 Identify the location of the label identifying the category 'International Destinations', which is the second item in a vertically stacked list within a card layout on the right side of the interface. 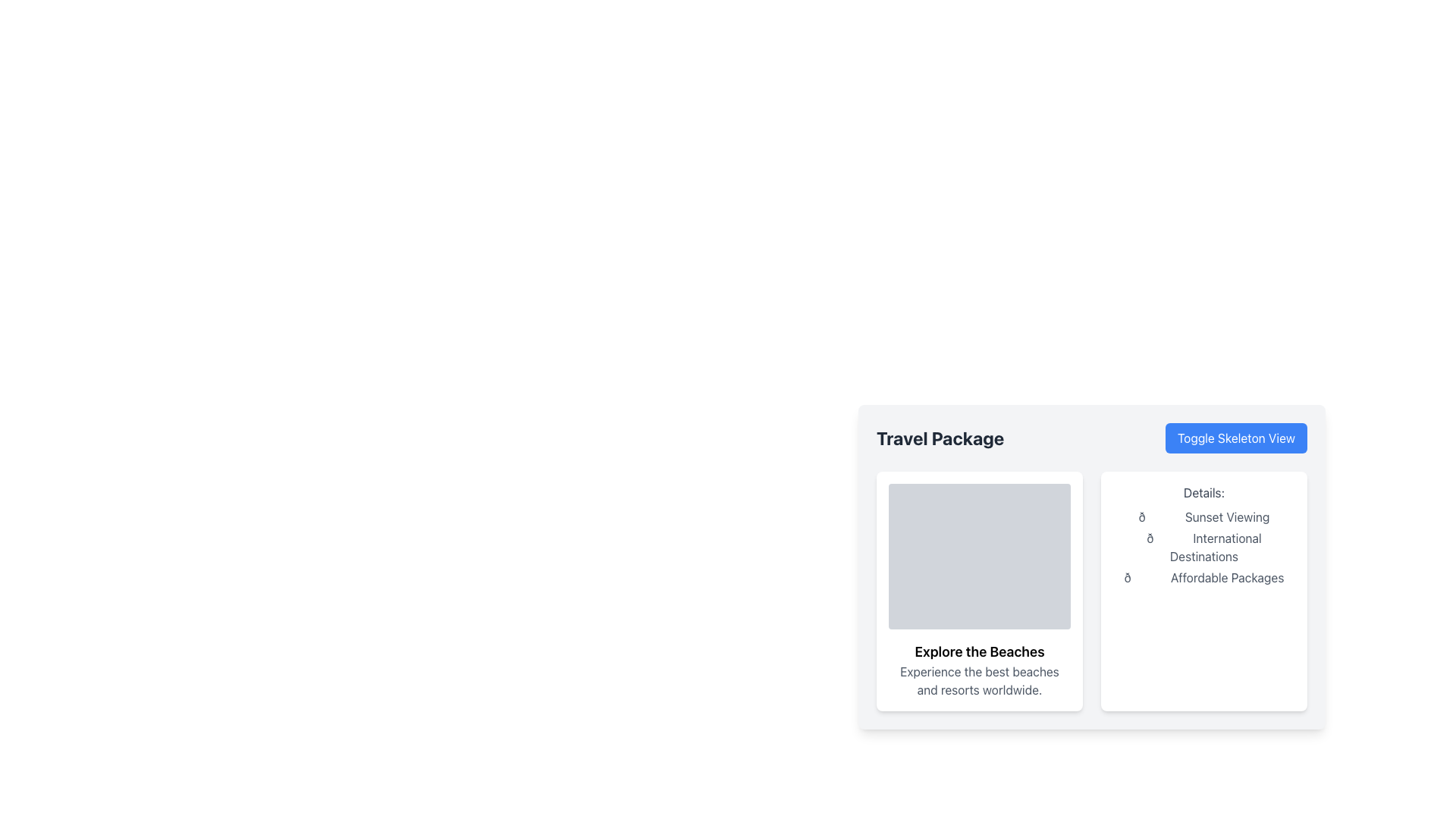
(1203, 547).